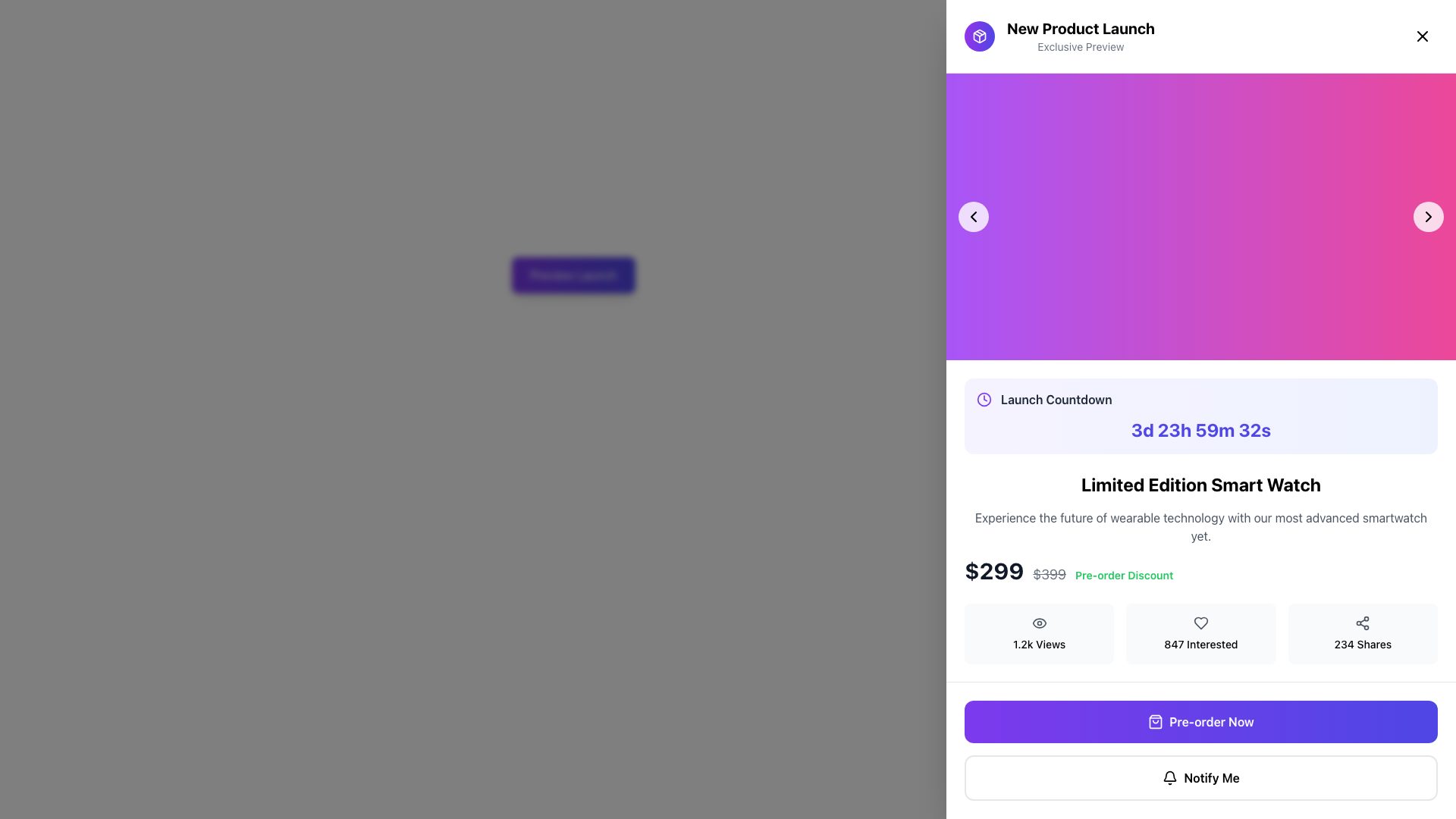  Describe the element at coordinates (1363, 623) in the screenshot. I see `the share icon, which consists of three small connected circular nodes forming a triangular pattern, located adjacent to the text '234 Shares' in the bottom-right group of the feature layout section` at that location.